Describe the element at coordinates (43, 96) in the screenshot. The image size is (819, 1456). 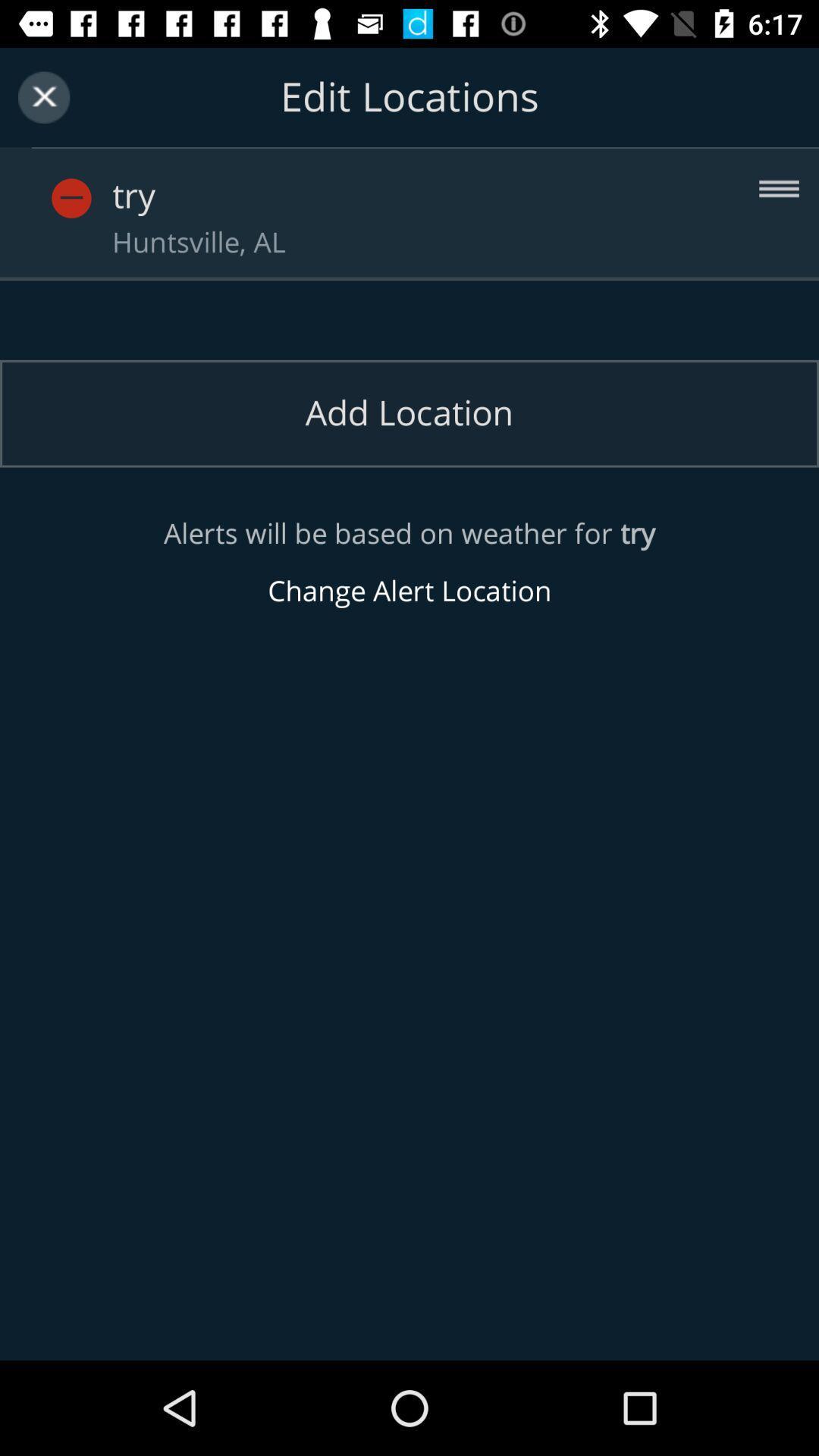
I see `item to the left of the edit locations` at that location.